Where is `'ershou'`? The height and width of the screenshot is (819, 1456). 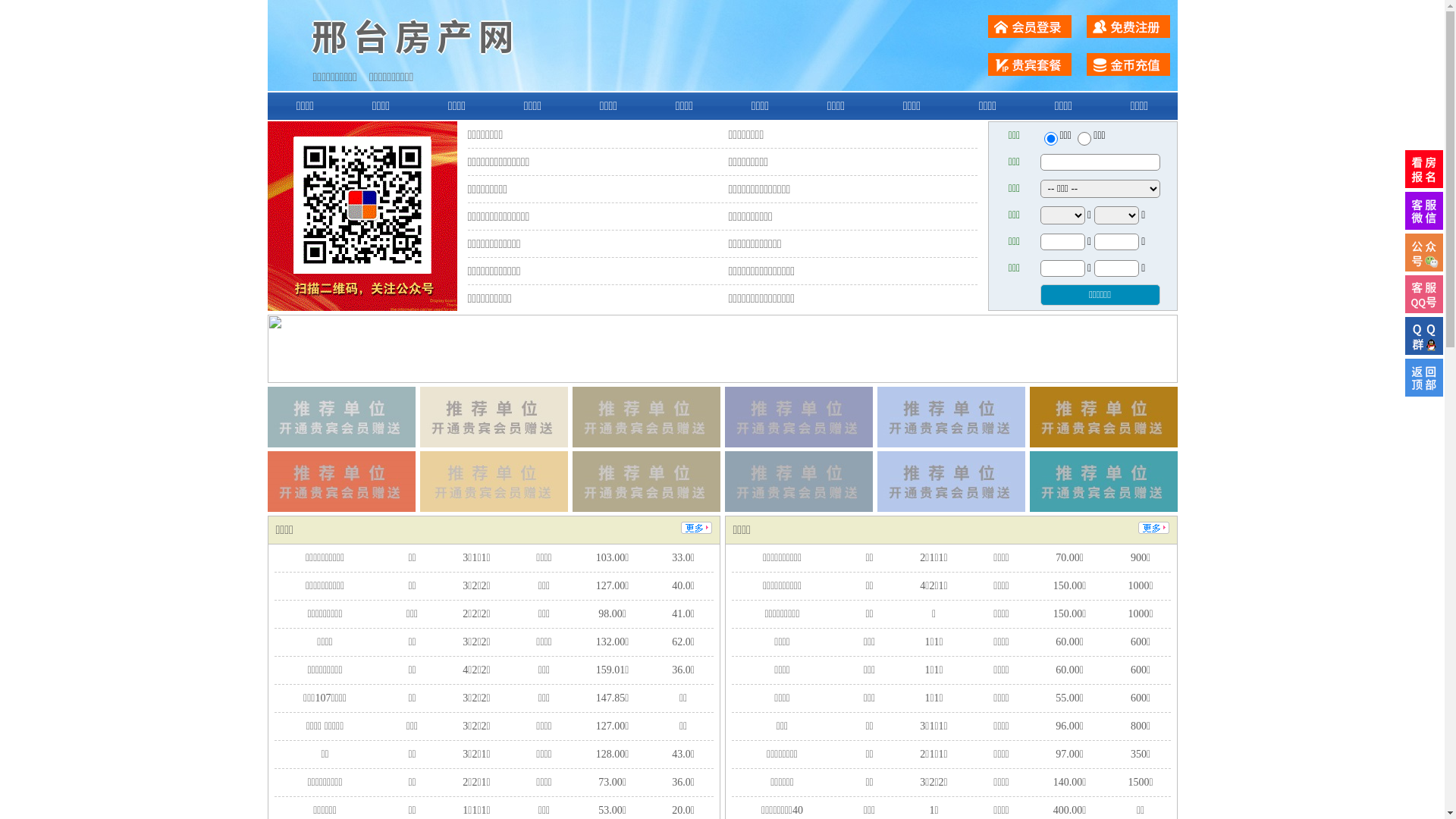 'ershou' is located at coordinates (1050, 138).